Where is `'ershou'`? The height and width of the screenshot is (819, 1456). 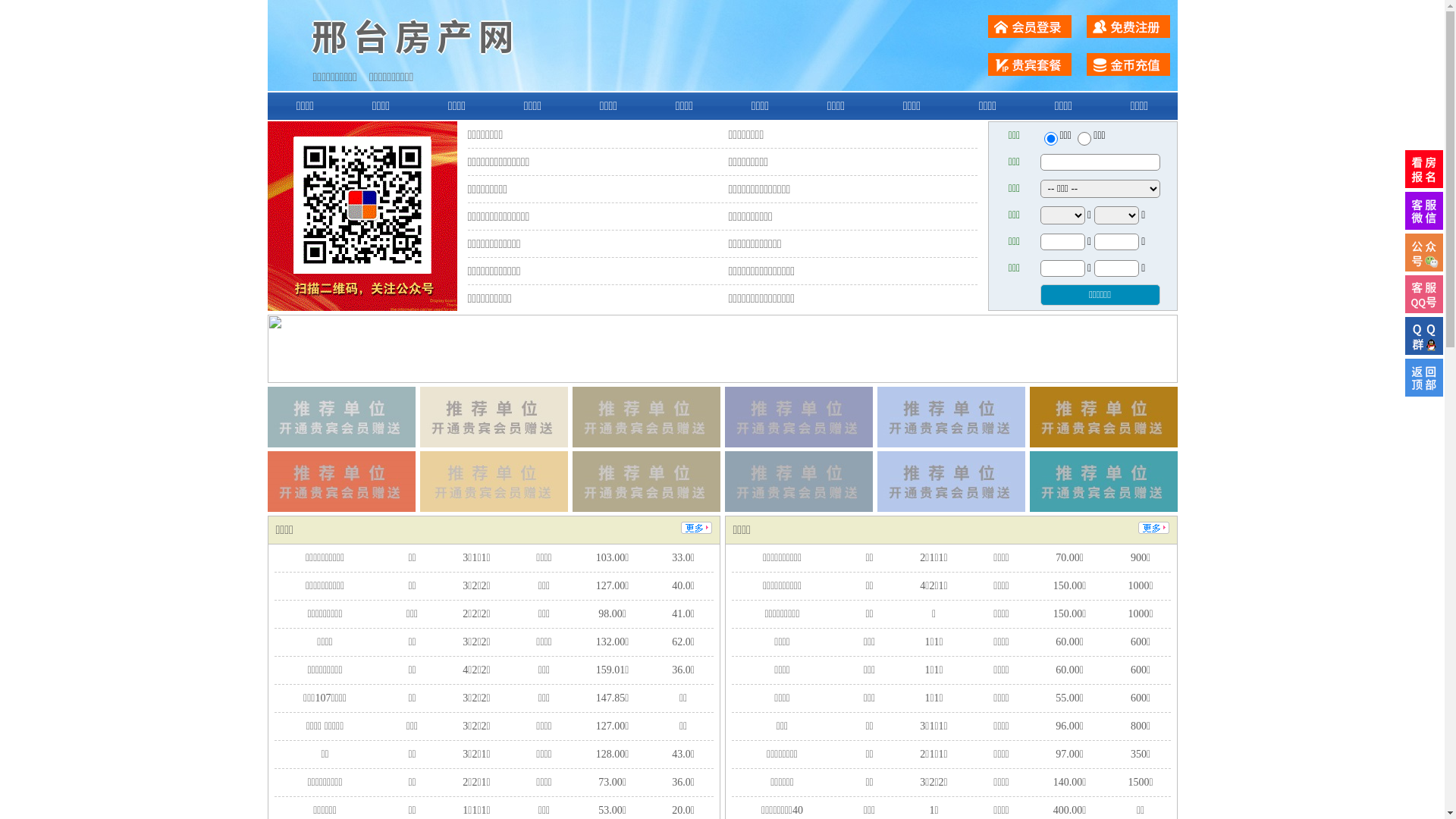 'ershou' is located at coordinates (1050, 138).